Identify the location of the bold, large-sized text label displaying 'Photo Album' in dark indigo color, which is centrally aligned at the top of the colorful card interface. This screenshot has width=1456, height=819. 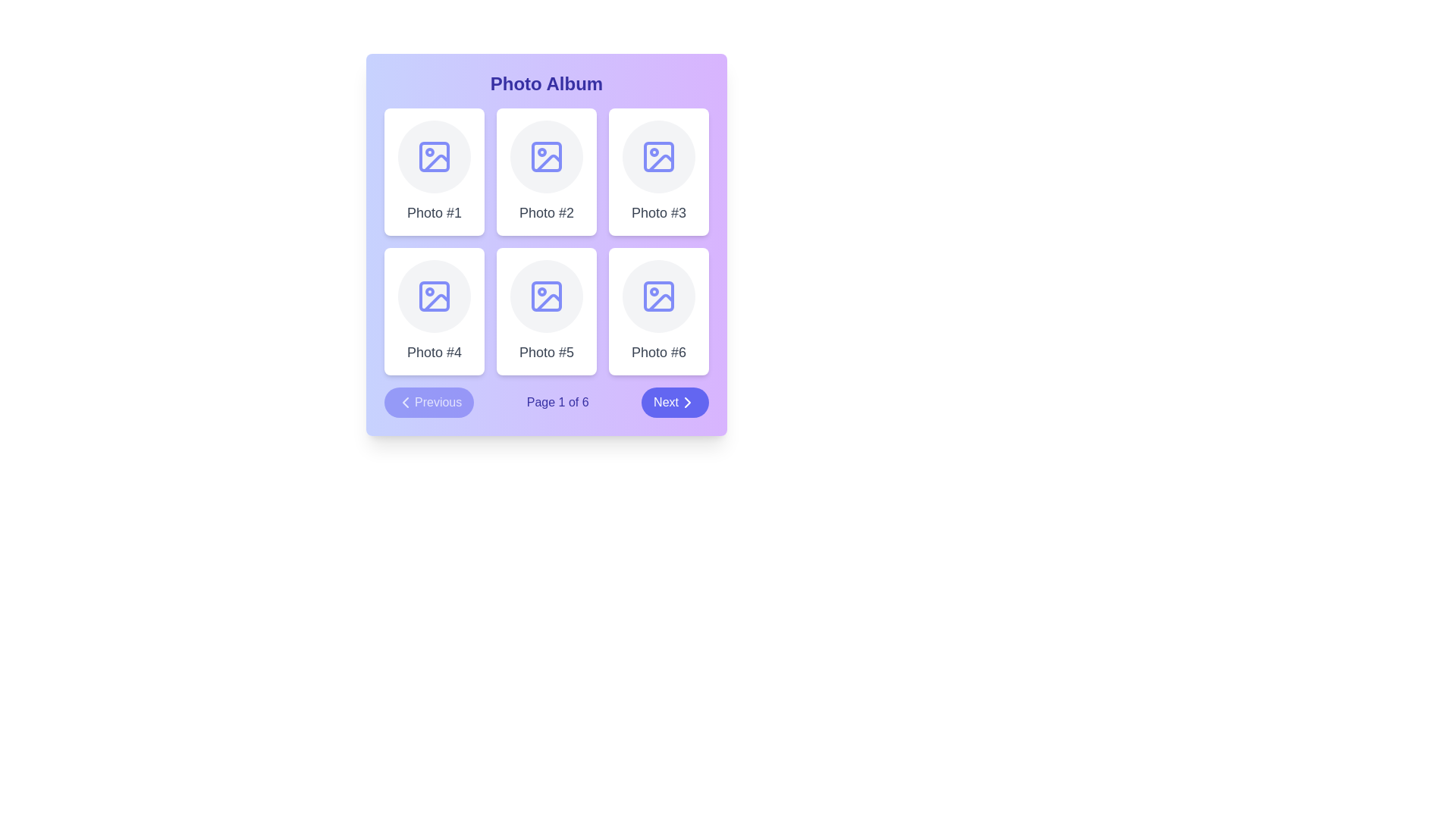
(546, 84).